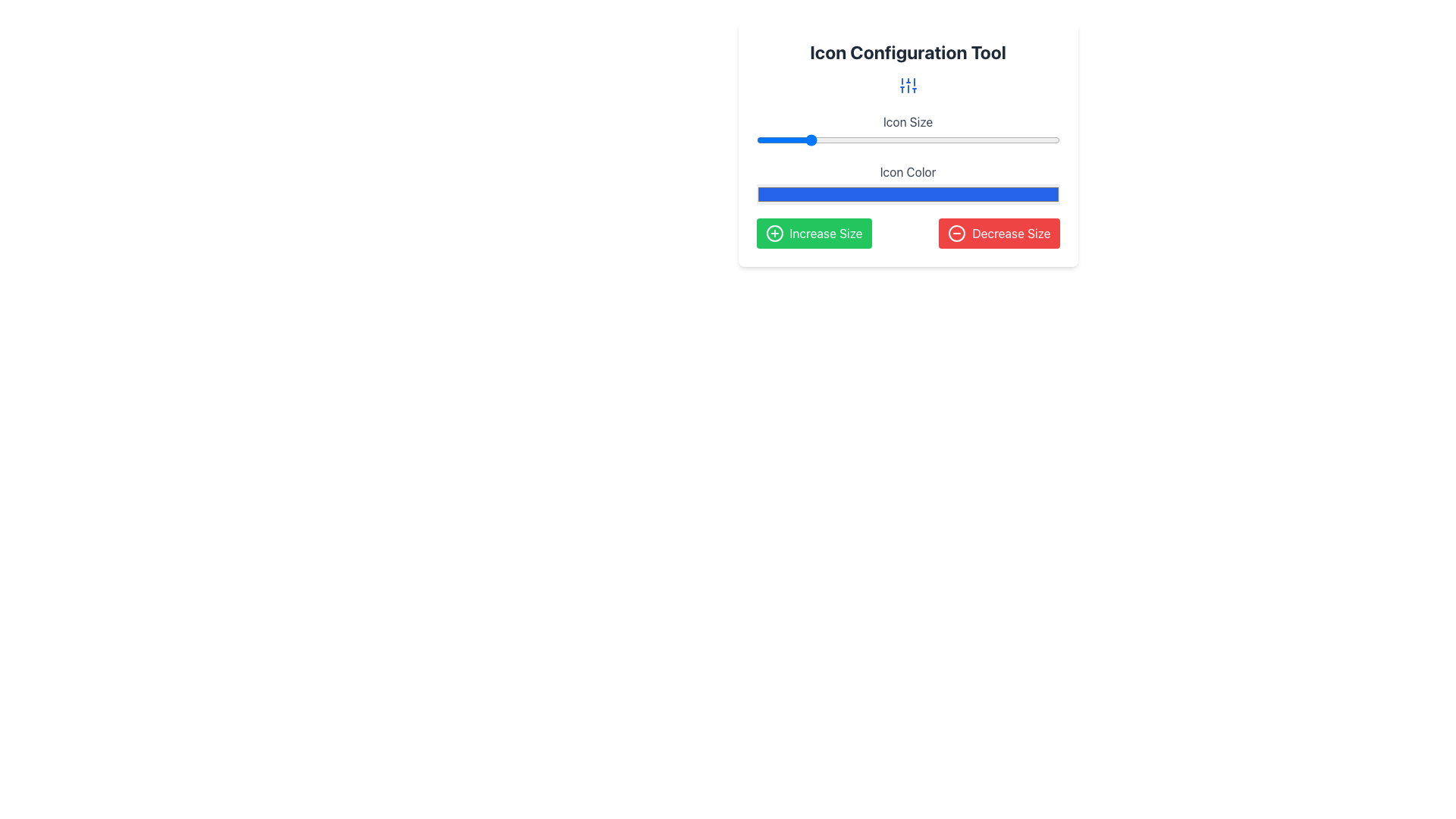 This screenshot has height=819, width=1456. Describe the element at coordinates (775, 140) in the screenshot. I see `the icon size` at that location.